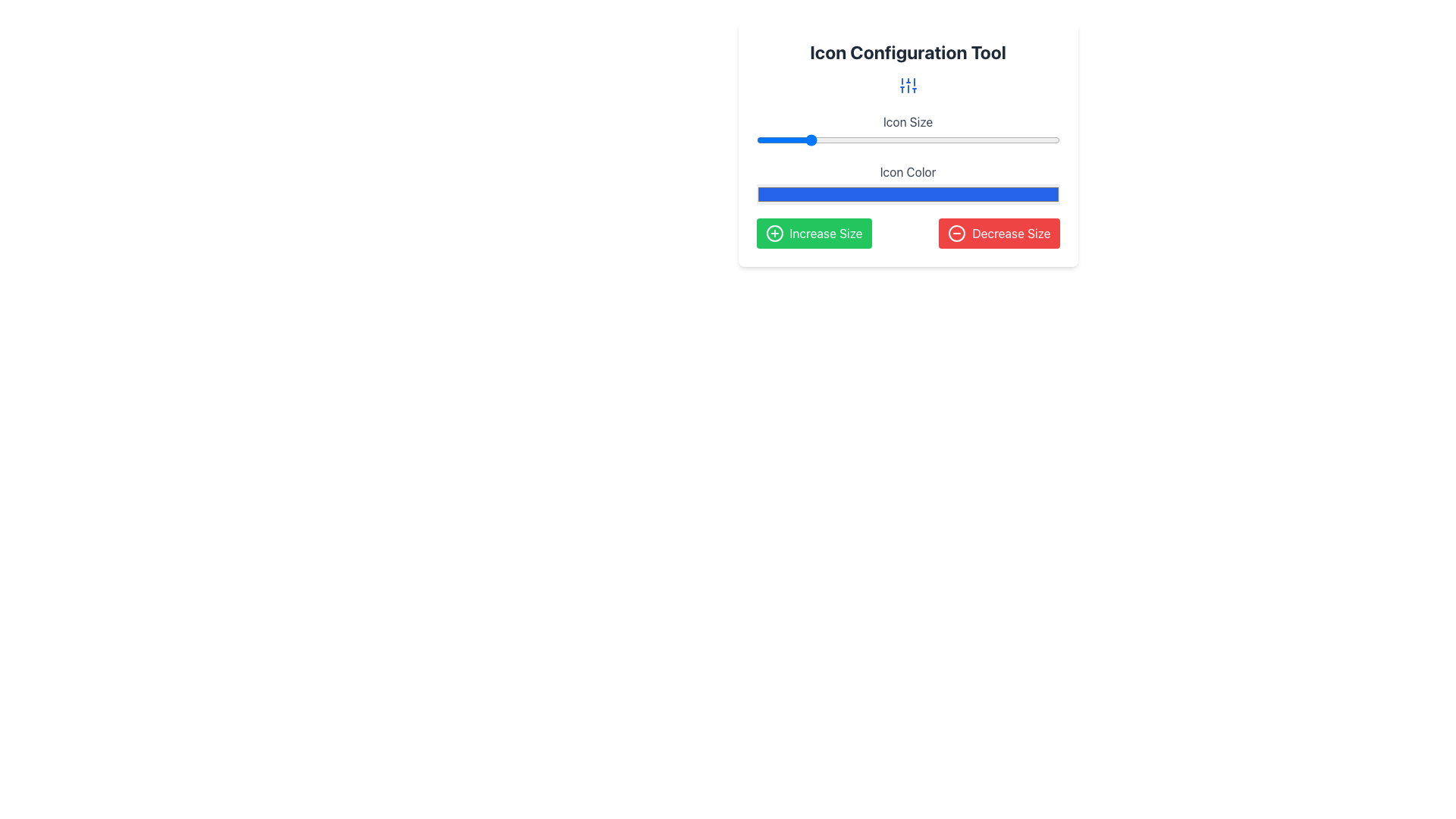 This screenshot has height=819, width=1456. Describe the element at coordinates (775, 140) in the screenshot. I see `the icon size` at that location.